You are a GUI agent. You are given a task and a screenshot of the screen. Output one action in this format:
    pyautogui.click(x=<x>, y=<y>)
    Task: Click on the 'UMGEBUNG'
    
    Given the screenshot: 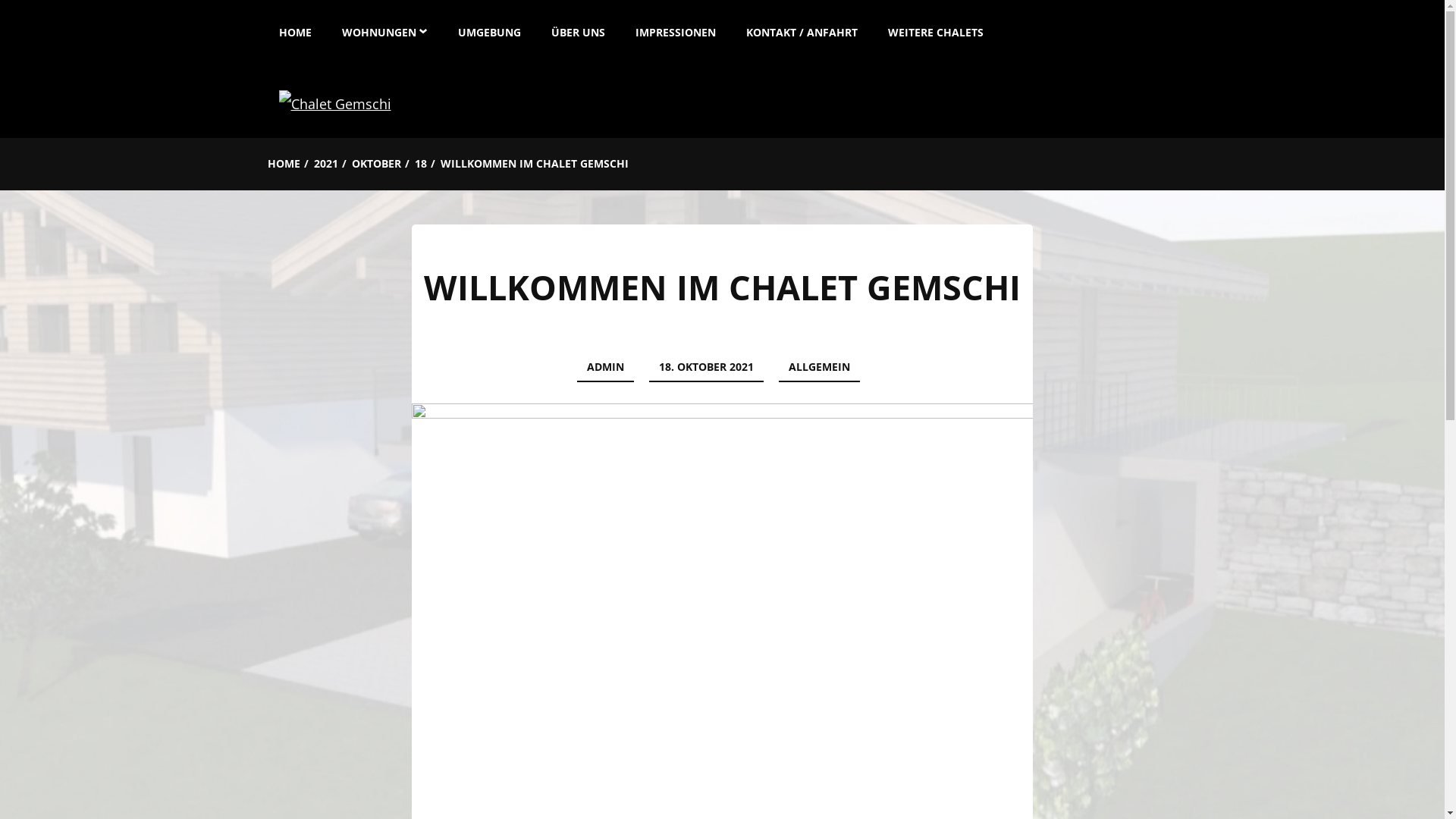 What is the action you would take?
    pyautogui.click(x=489, y=29)
    